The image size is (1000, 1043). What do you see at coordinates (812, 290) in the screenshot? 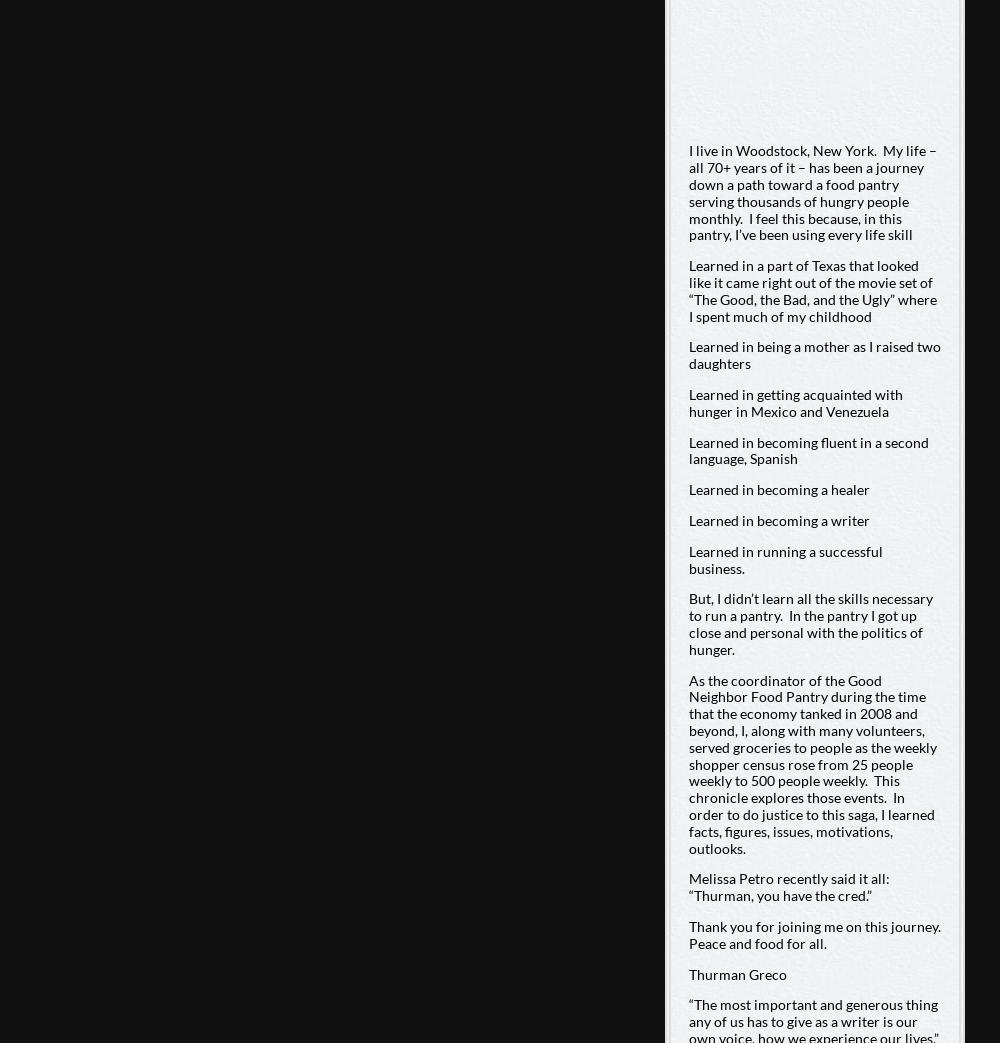
I see `'Learned in a part of Texas that looked like it came right out of the movie set of “The Good, the Bad, and the Ugly” where I spent much of my childhood'` at bounding box center [812, 290].